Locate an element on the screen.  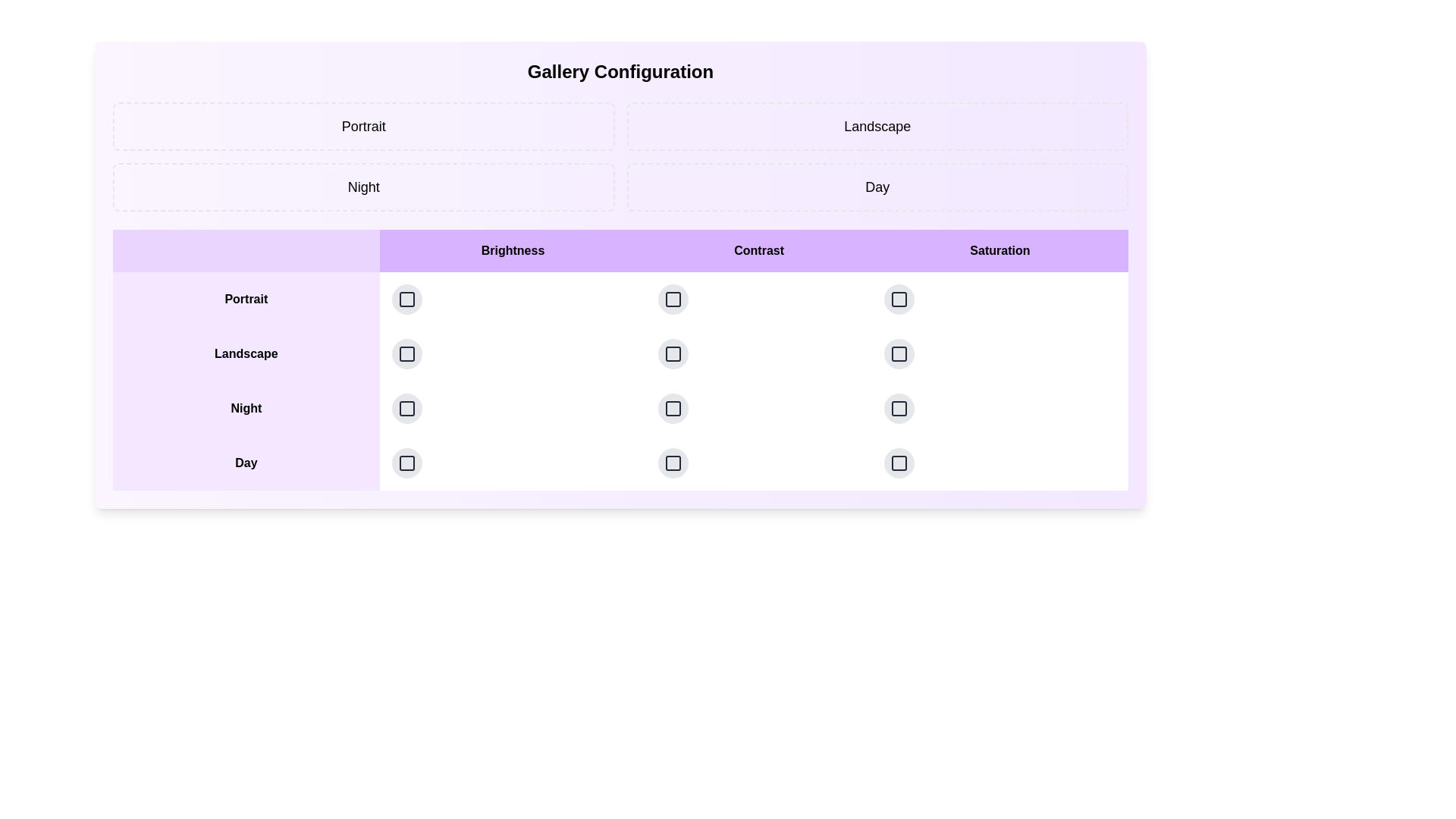
the small square checkbox with rounded corners located in the third row and last column of the grid is located at coordinates (899, 353).